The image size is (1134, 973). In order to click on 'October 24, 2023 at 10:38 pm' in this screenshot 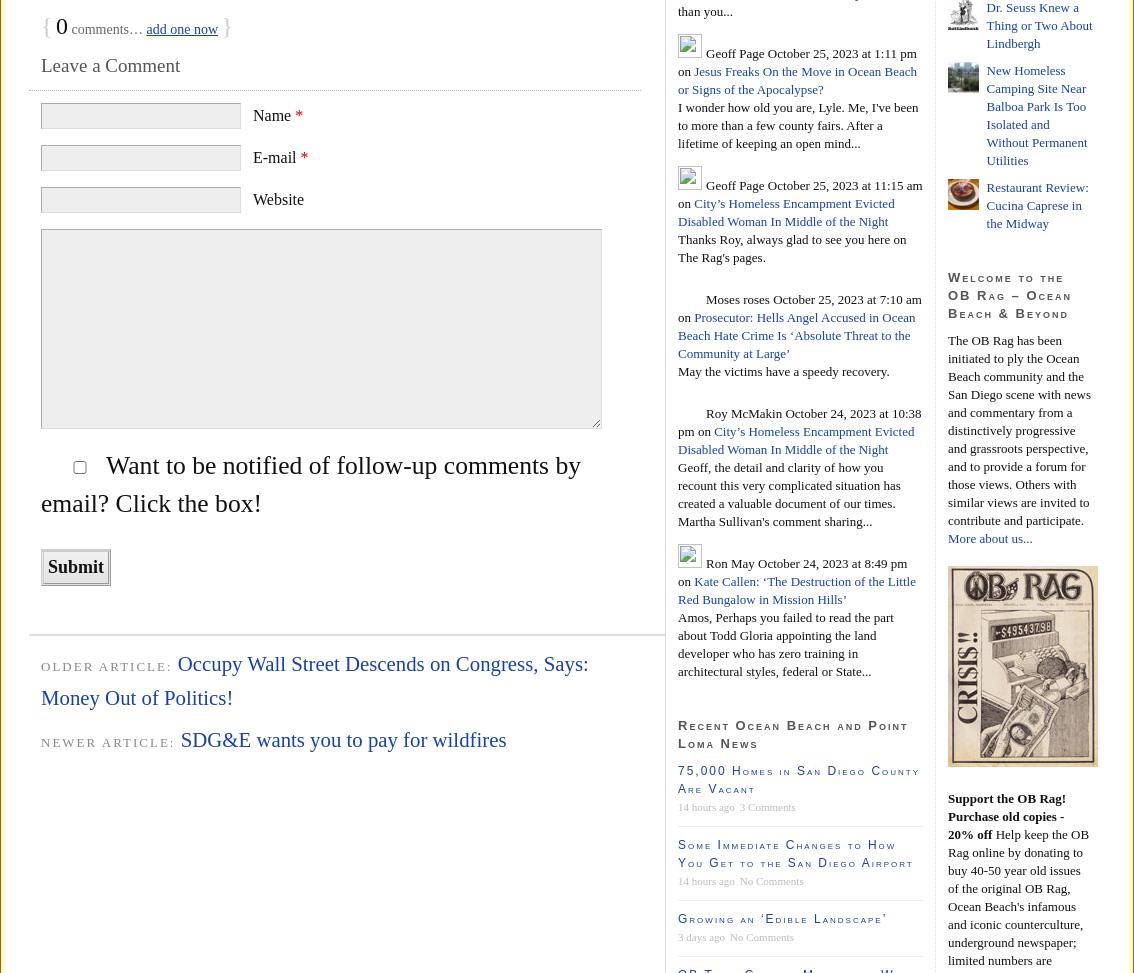, I will do `click(799, 421)`.